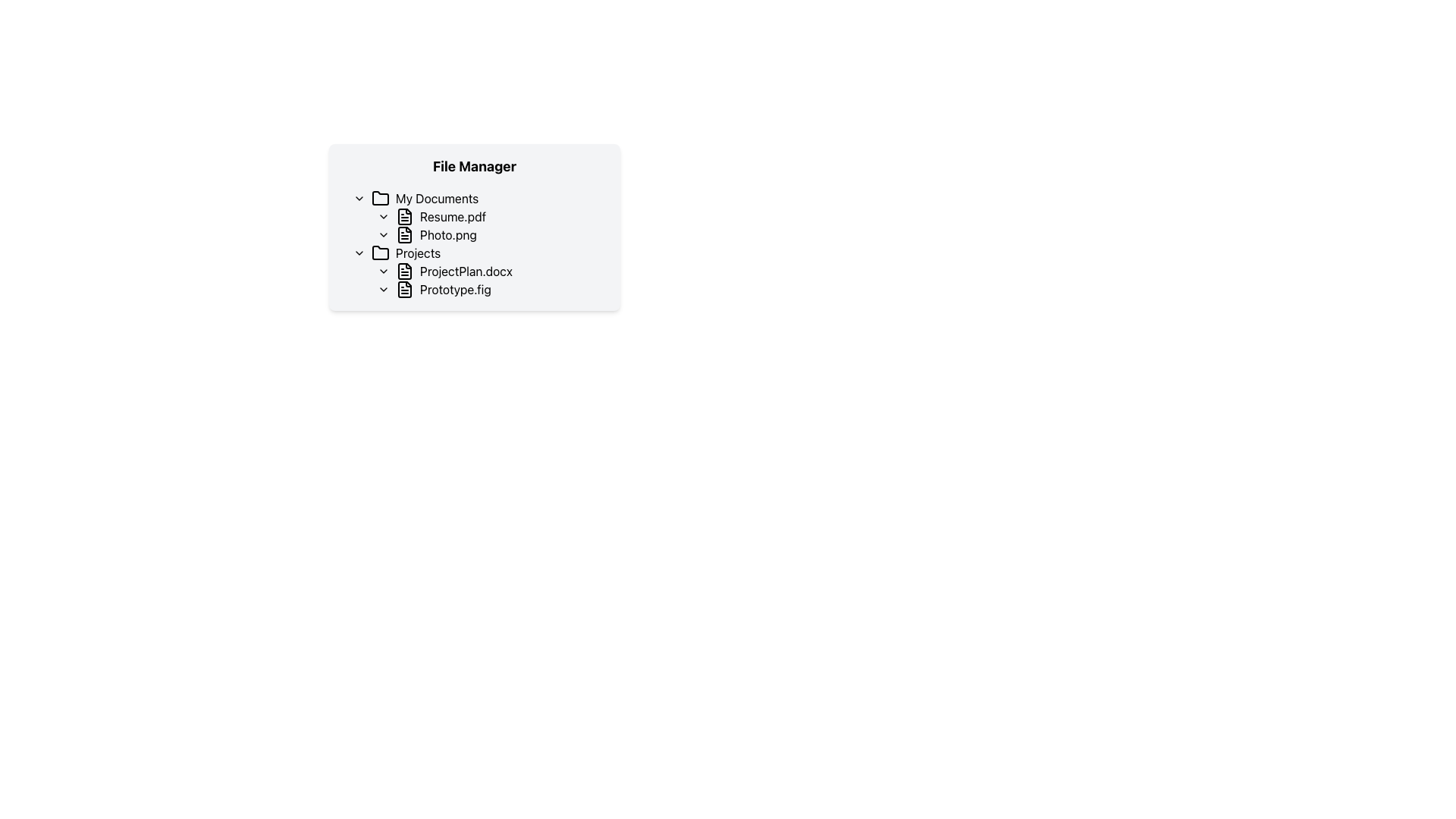 Image resolution: width=1456 pixels, height=819 pixels. What do you see at coordinates (404, 234) in the screenshot?
I see `the file document icon located next` at bounding box center [404, 234].